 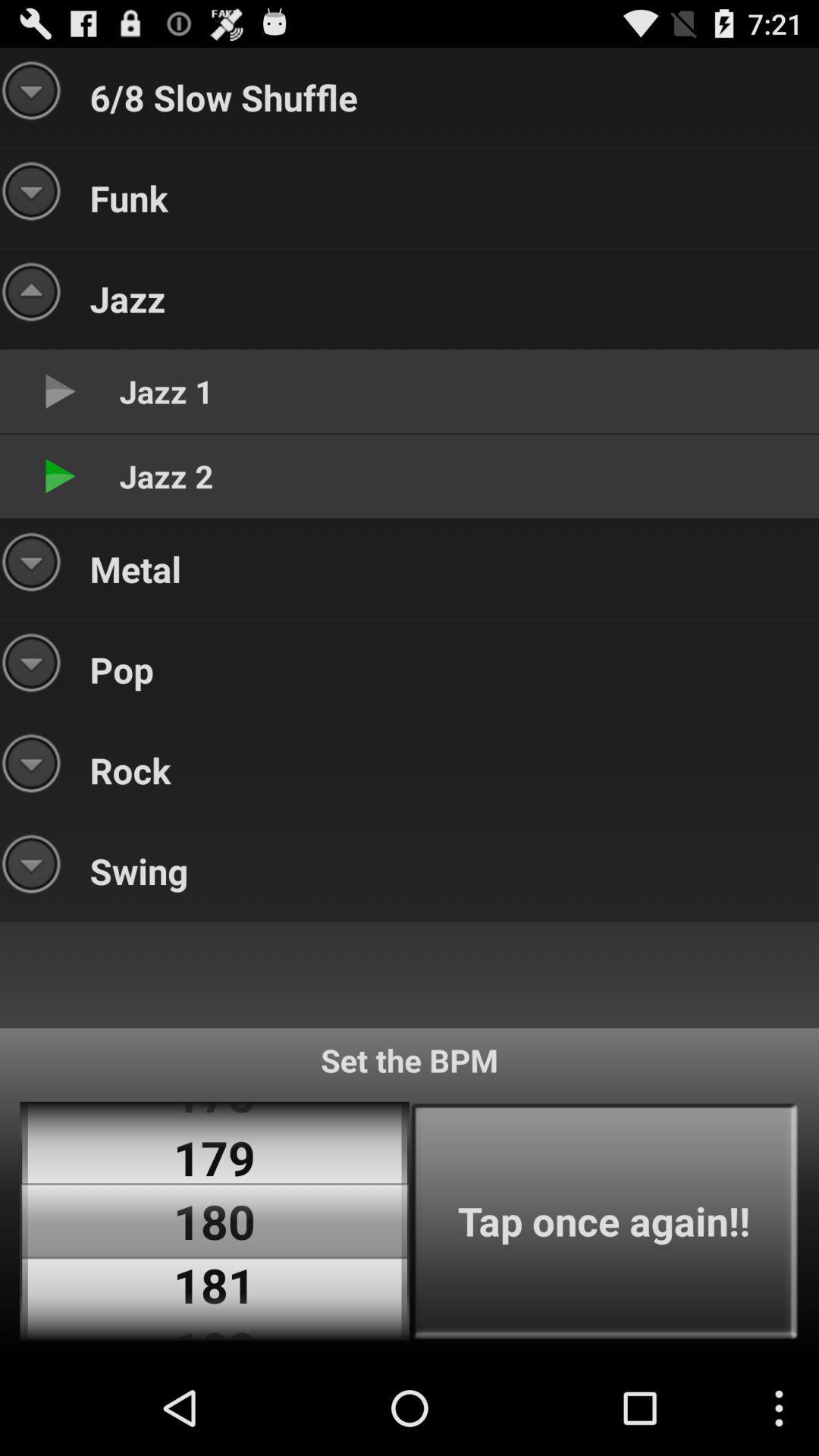 I want to click on the tap tempo item, so click(x=603, y=1221).